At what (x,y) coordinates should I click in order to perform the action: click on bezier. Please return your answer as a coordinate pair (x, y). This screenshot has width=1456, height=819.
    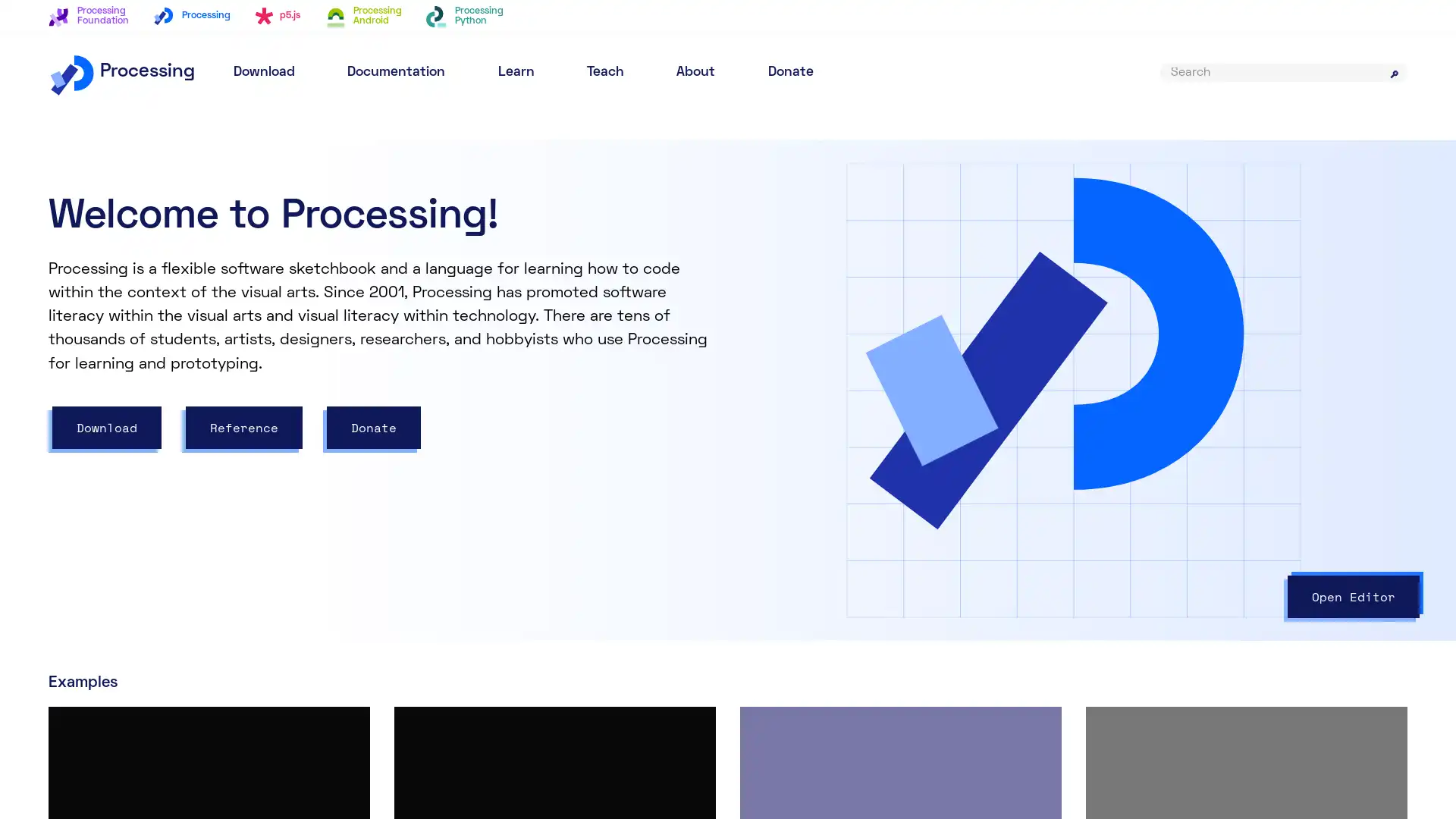
    Looking at the image, I should click on (792, 416).